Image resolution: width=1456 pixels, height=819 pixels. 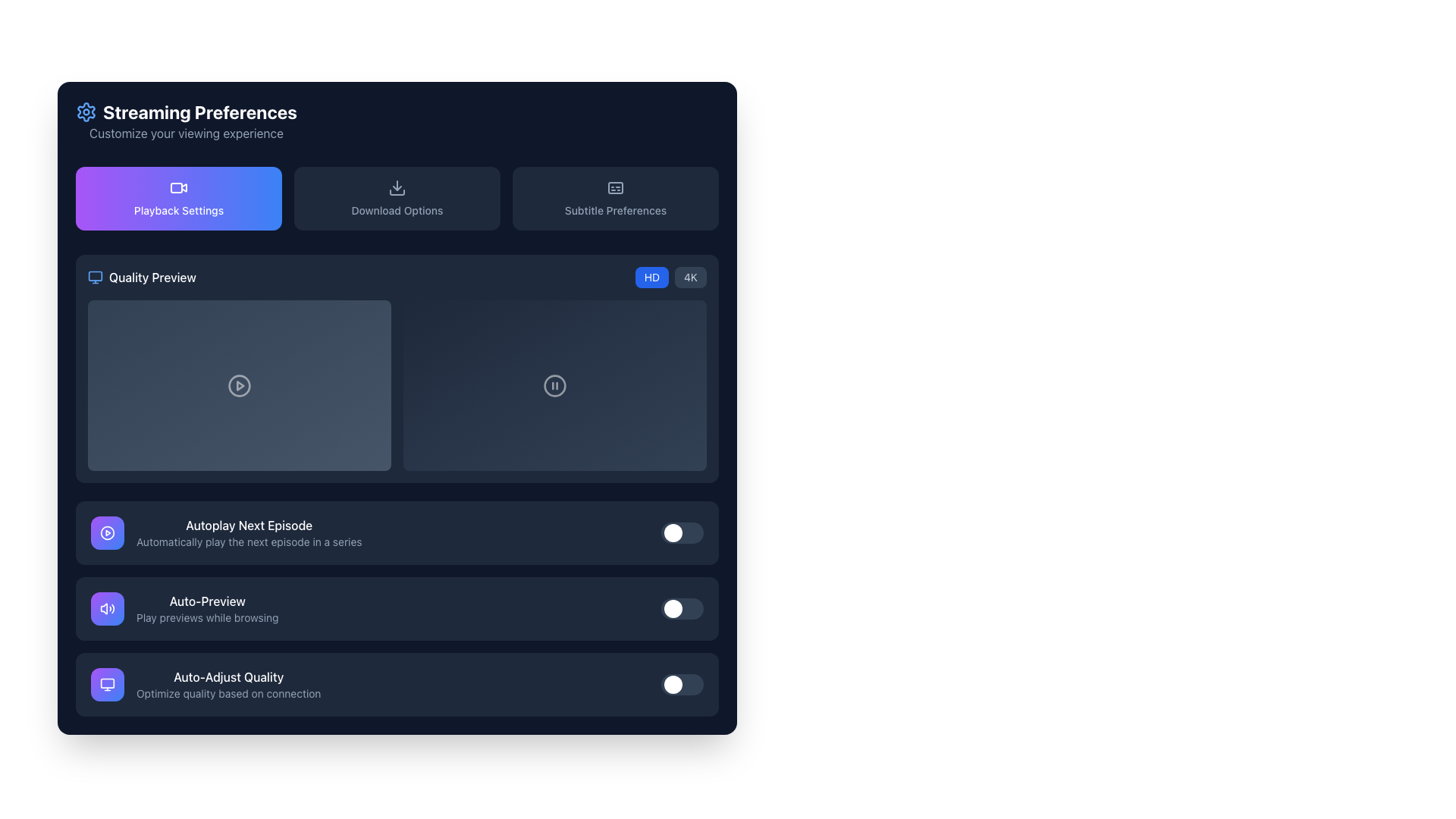 What do you see at coordinates (397, 607) in the screenshot?
I see `description of the second list item under the 'Quality Preview' section to understand the auto-preview toggle functionality` at bounding box center [397, 607].